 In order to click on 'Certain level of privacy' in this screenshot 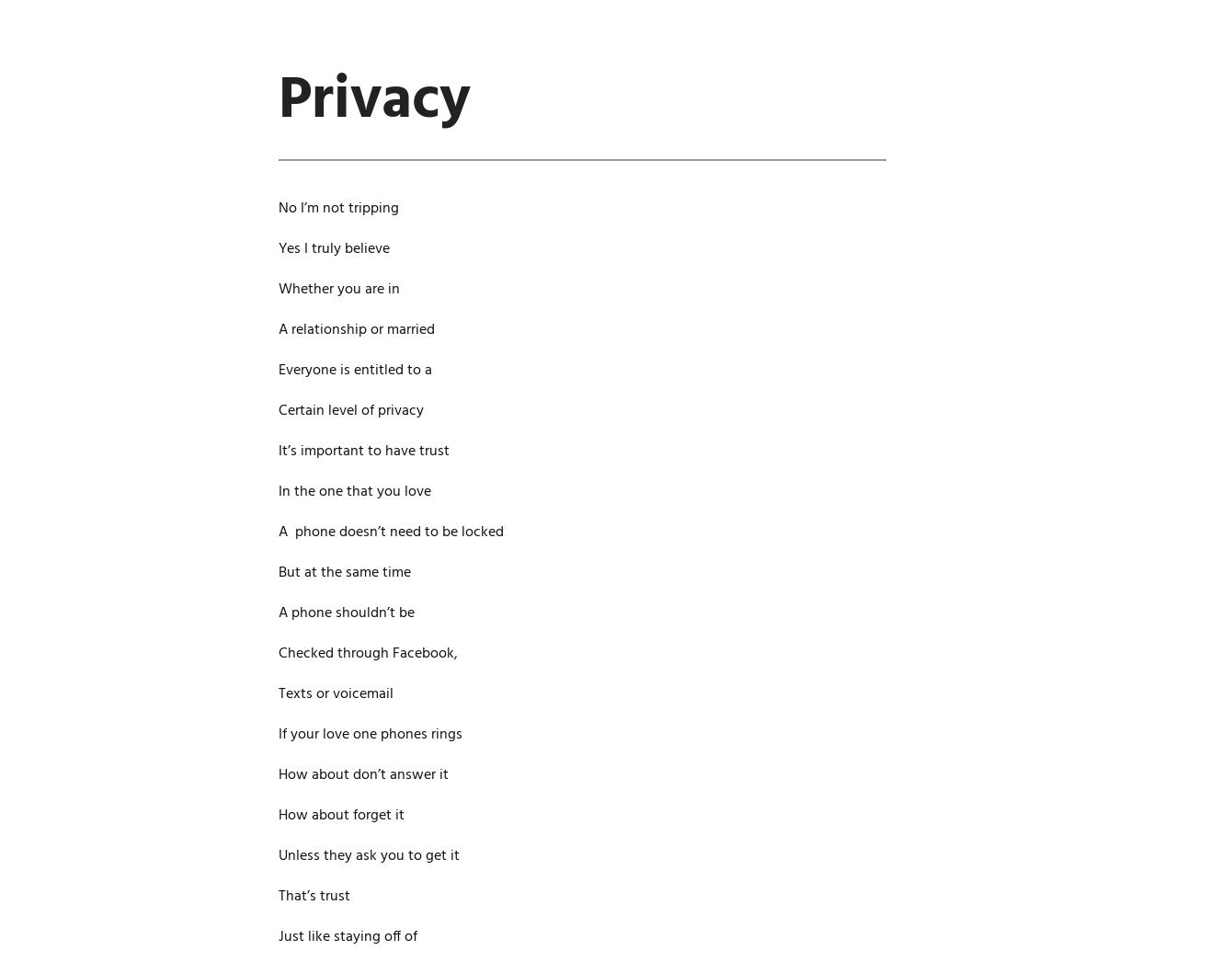, I will do `click(349, 409)`.